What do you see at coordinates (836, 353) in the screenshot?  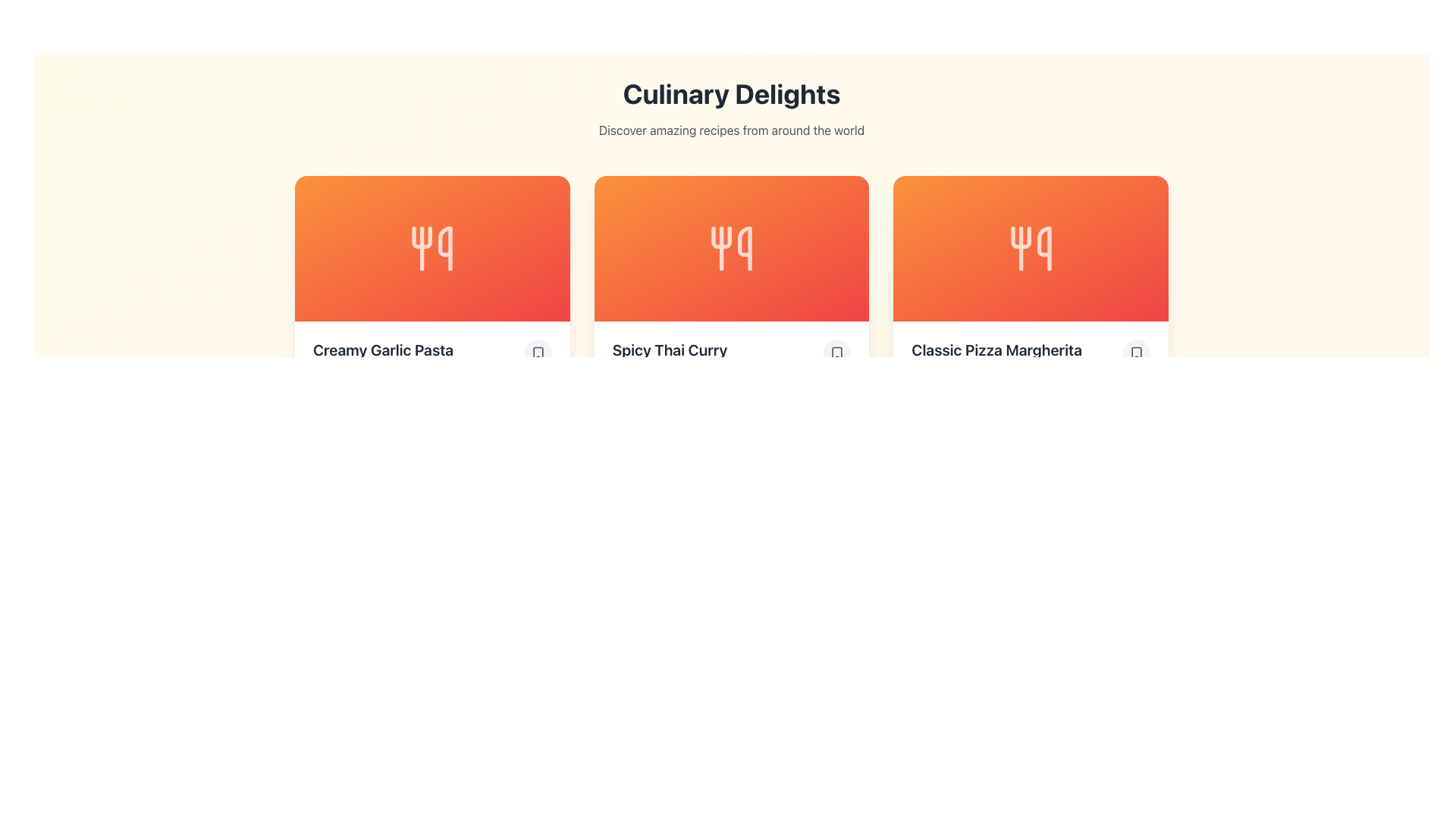 I see `the bookmarking icon located at the bottom-right corner of the 'Spicy Thai Curry' card` at bounding box center [836, 353].